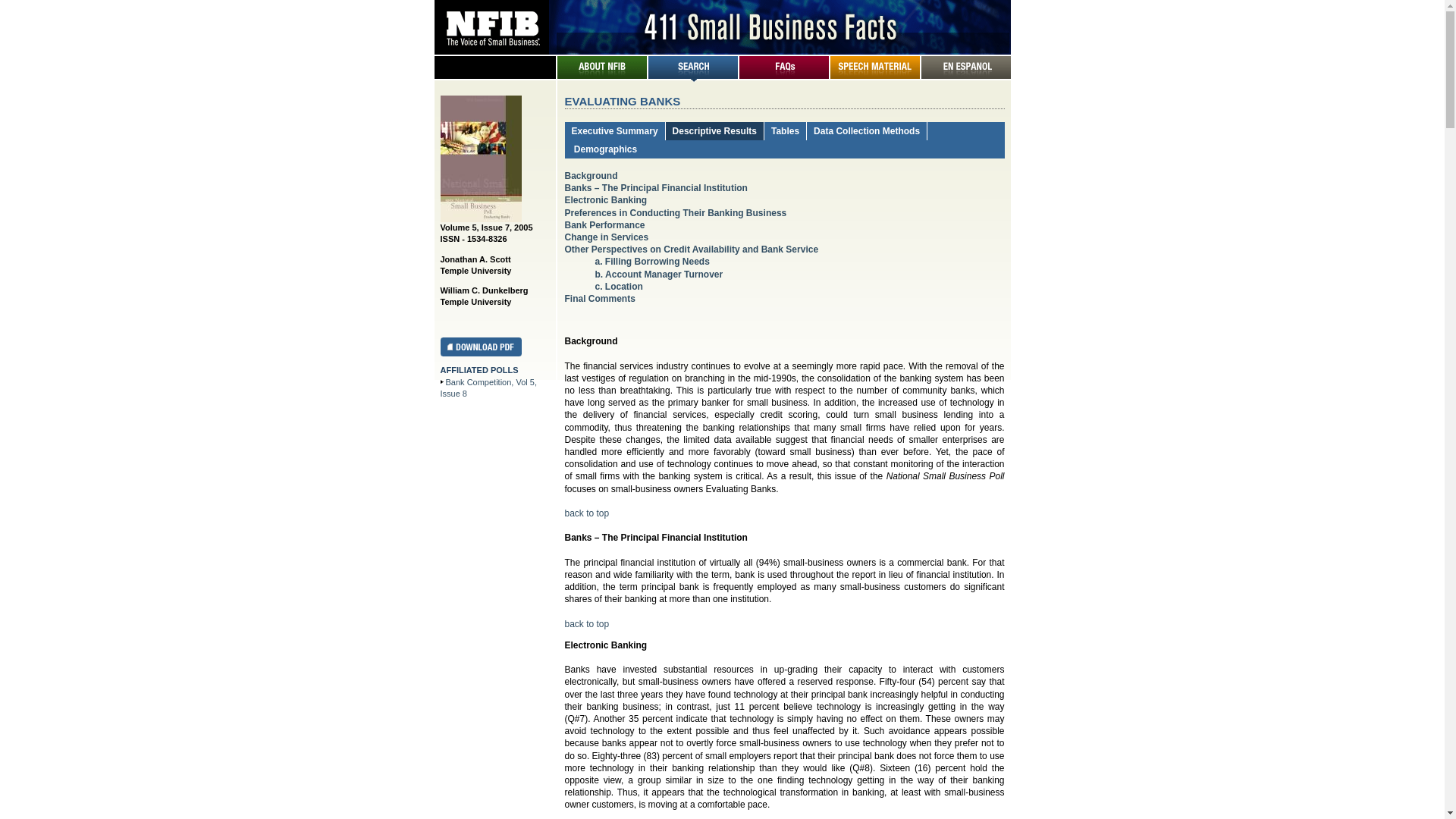 Image resolution: width=1456 pixels, height=819 pixels. I want to click on 'Search', so click(691, 76).